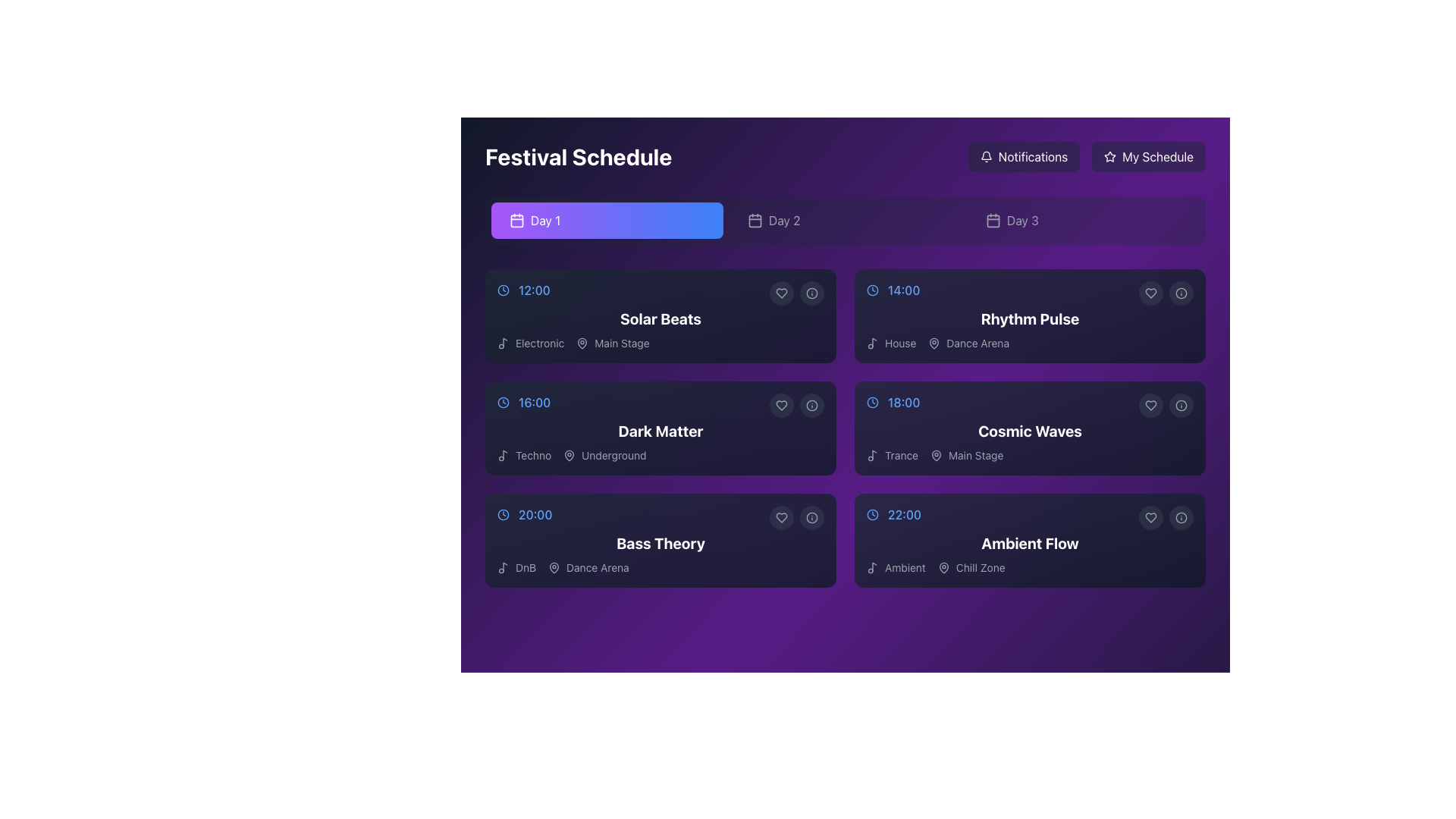  Describe the element at coordinates (1181, 405) in the screenshot. I see `the Info button, which is a circular icon with a darker gray background and a white 'info' graphic at its center` at that location.